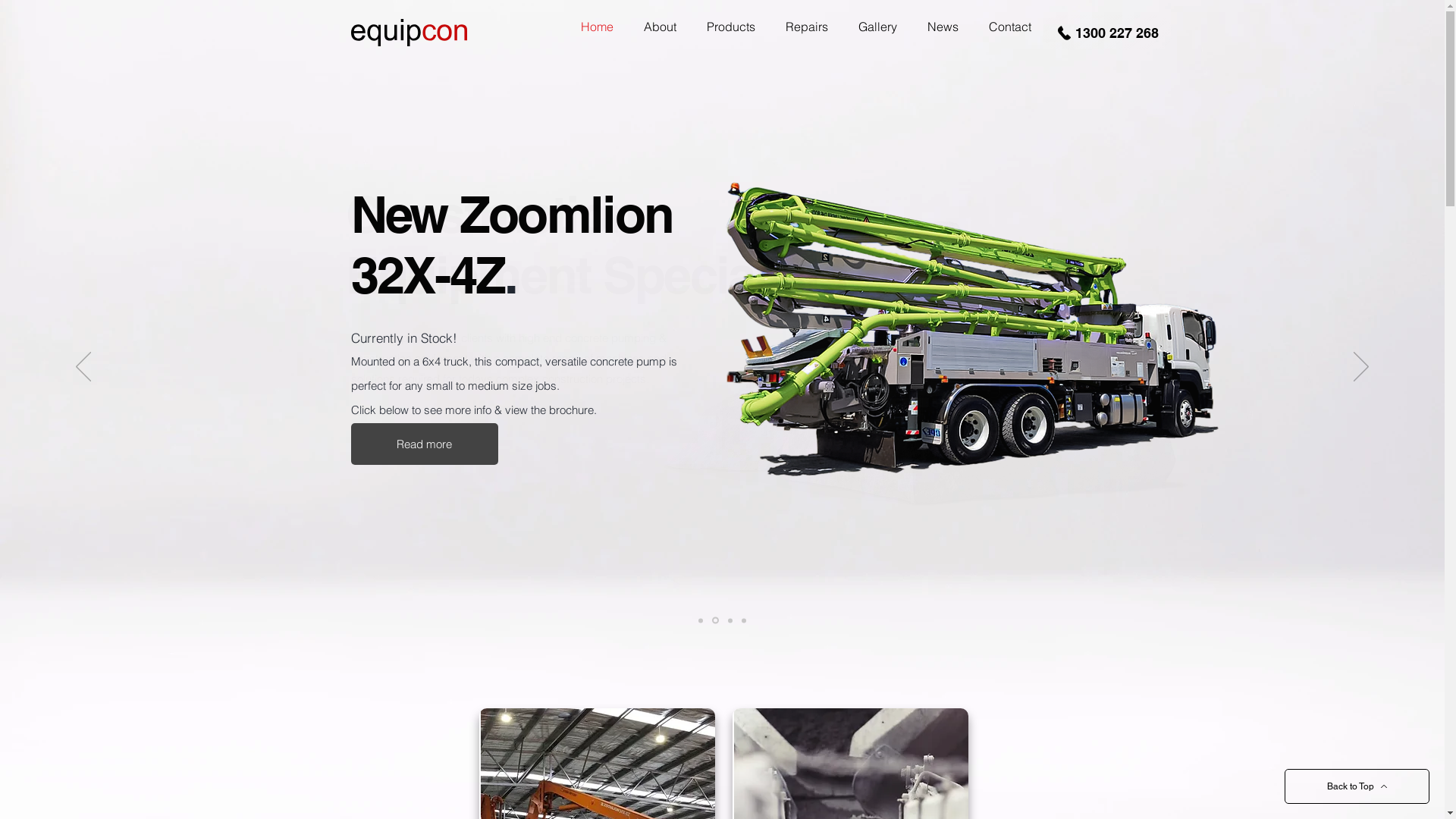 The image size is (1456, 819). Describe the element at coordinates (1010, 26) in the screenshot. I see `'Contact'` at that location.